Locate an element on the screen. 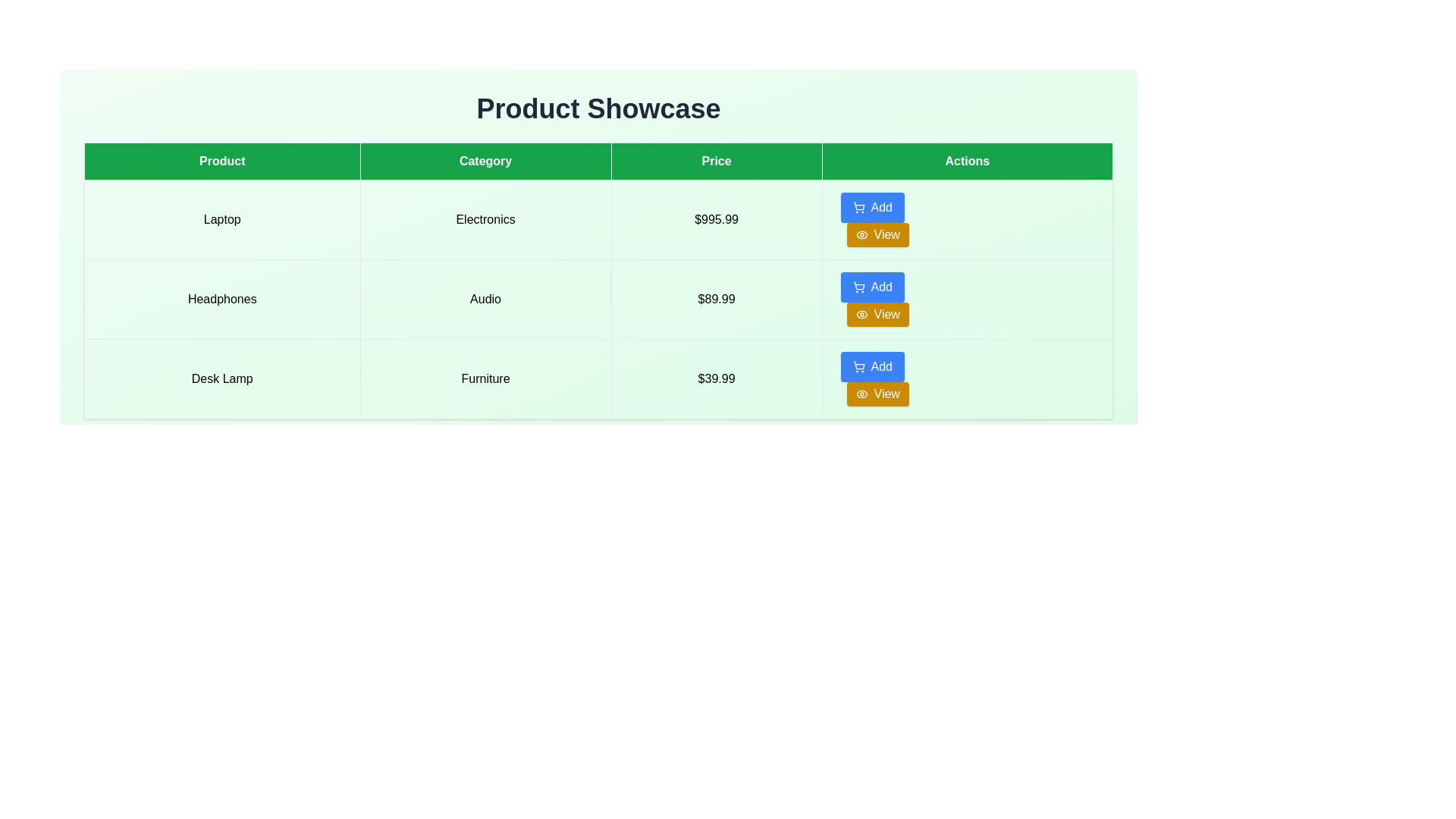 The height and width of the screenshot is (819, 1456). the 'Price' column header in the table, which is the third header from the left, following 'Category' and preceding 'Actions' is located at coordinates (716, 161).